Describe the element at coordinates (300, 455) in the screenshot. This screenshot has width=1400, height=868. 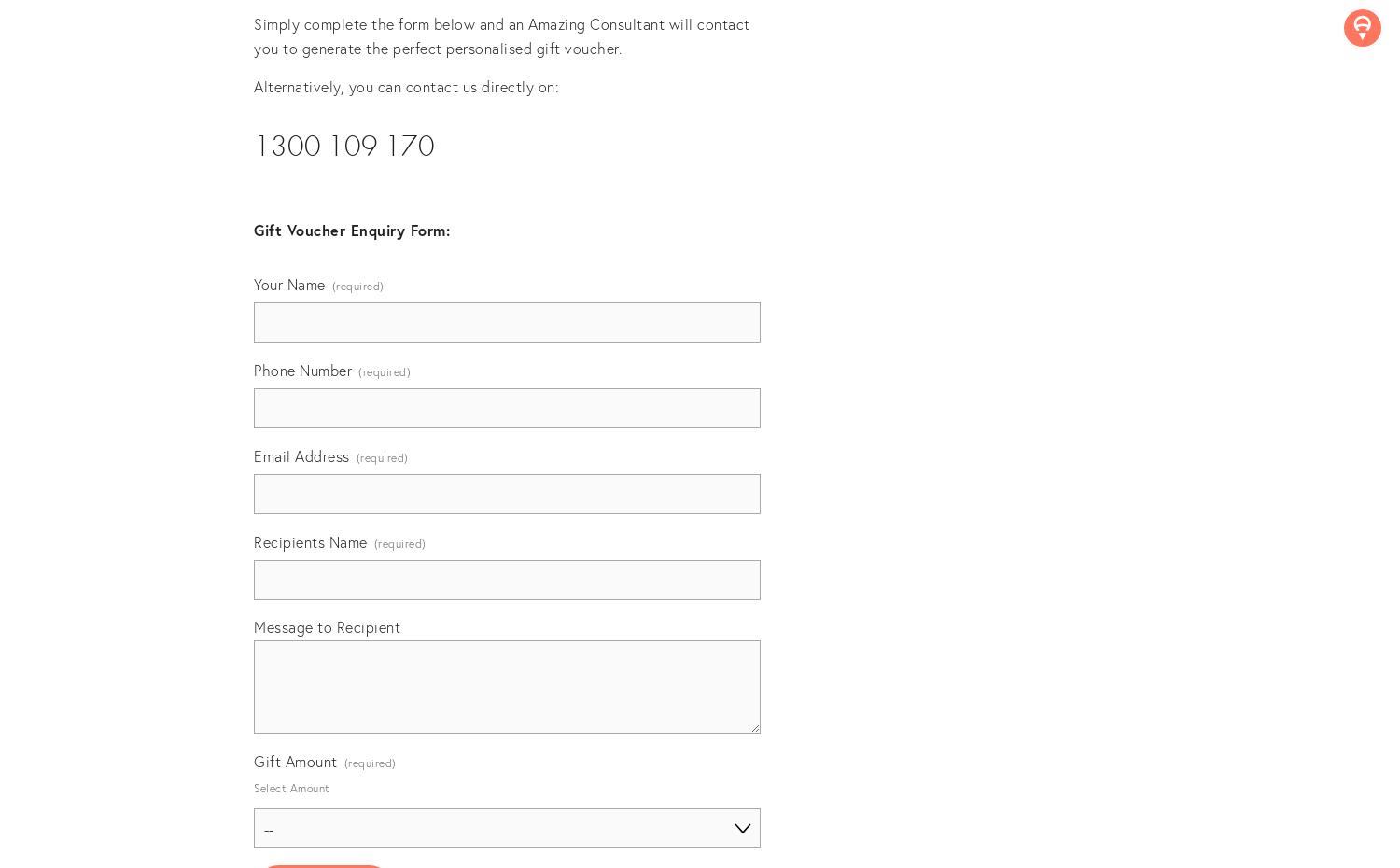
I see `'Email Address'` at that location.